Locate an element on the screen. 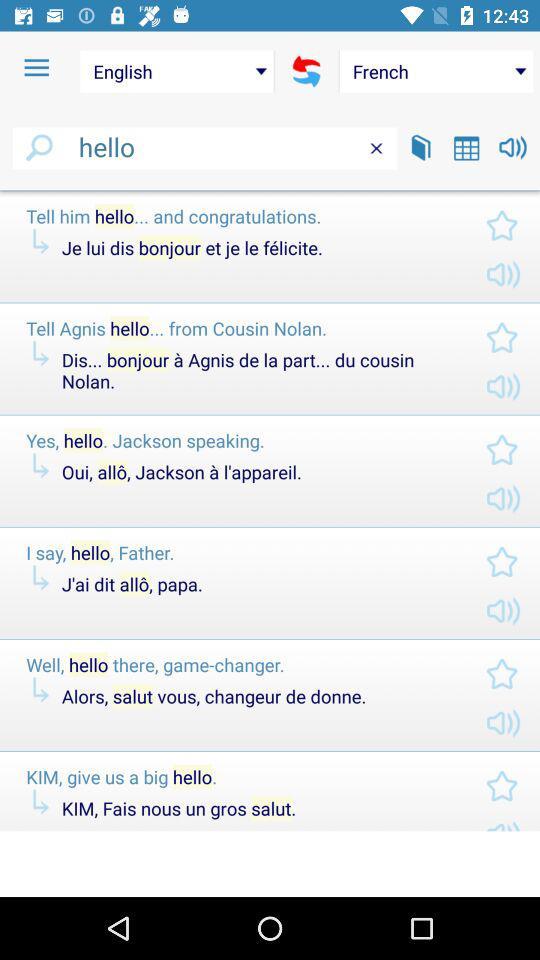  the icon below yes hello jackson item is located at coordinates (257, 472).